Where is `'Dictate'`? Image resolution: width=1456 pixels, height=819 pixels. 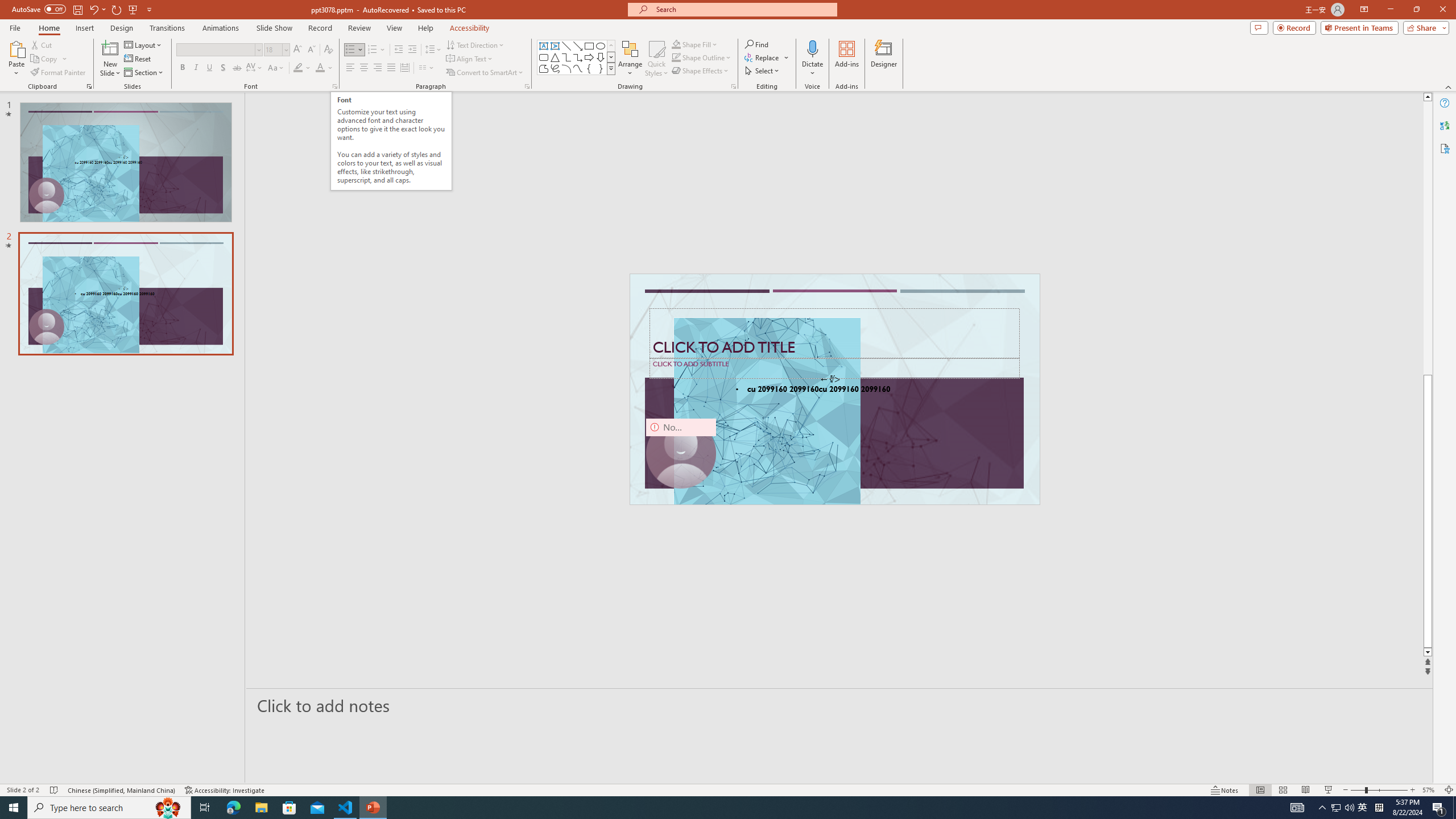
'Dictate' is located at coordinates (812, 48).